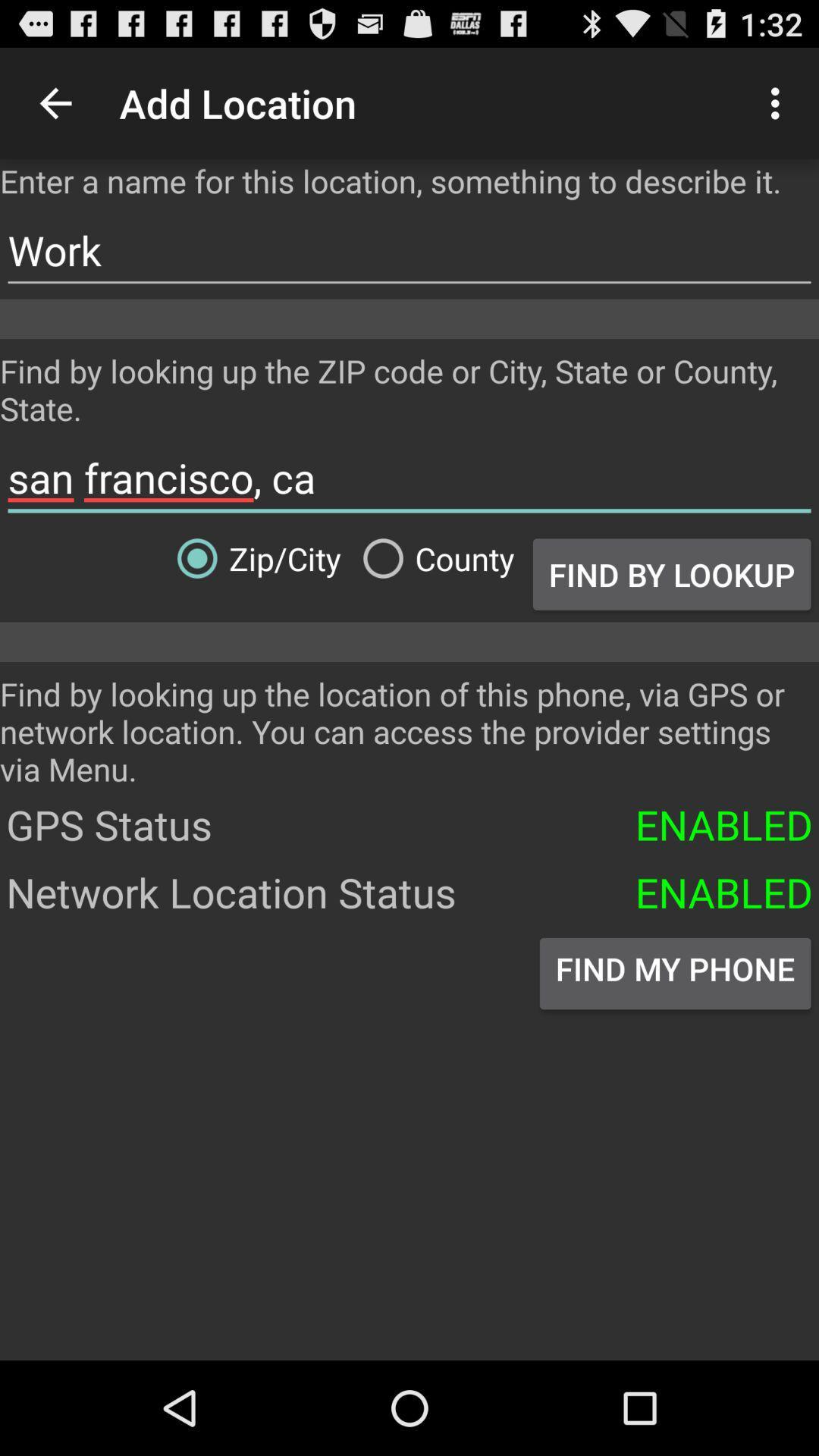 The width and height of the screenshot is (819, 1456). What do you see at coordinates (779, 102) in the screenshot?
I see `icon above the enter a name item` at bounding box center [779, 102].